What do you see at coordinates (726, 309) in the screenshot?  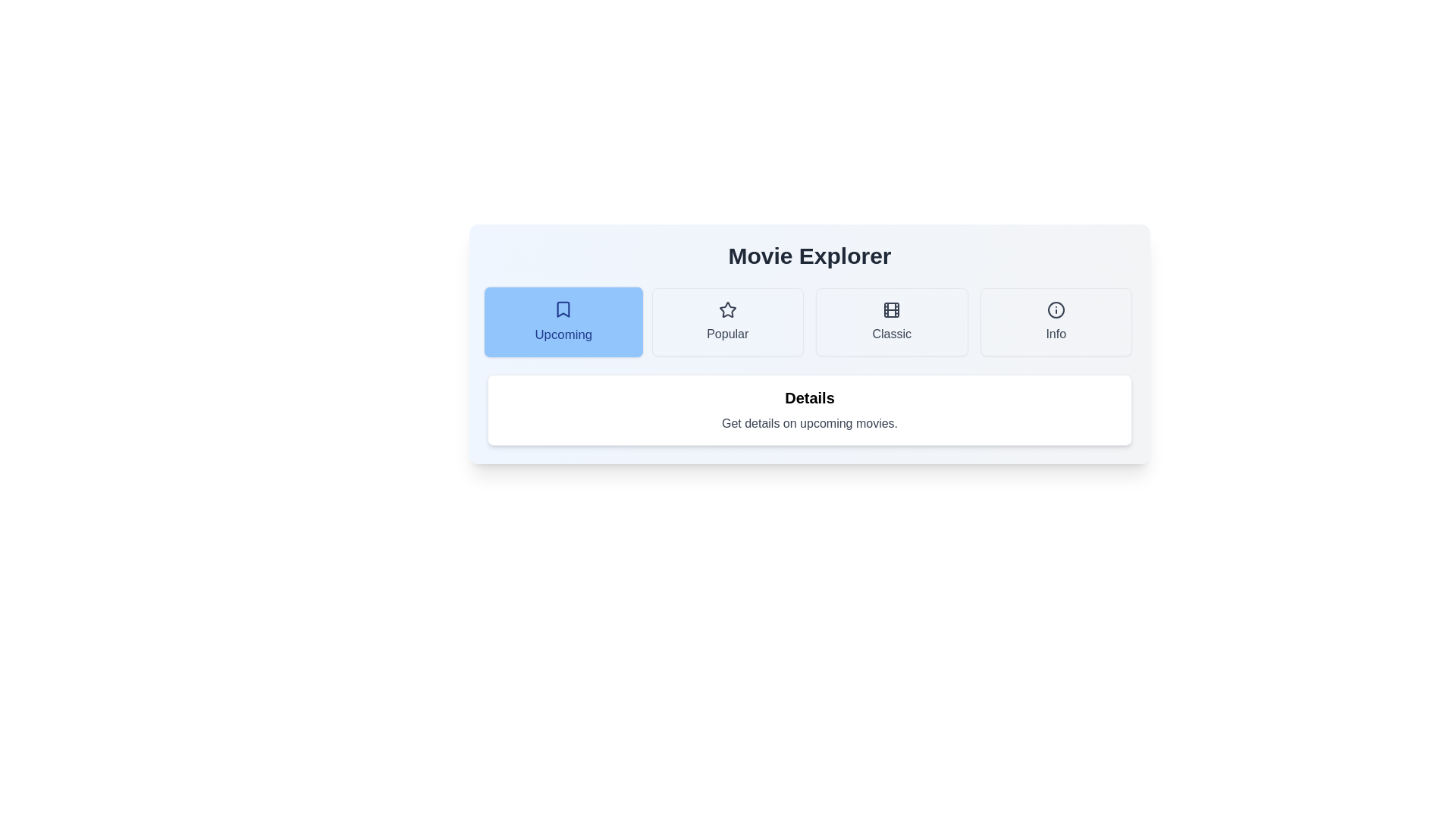 I see `the star icon that represents the 'Popular' category in the navigation bar under the 'Movie Explorer' heading` at bounding box center [726, 309].